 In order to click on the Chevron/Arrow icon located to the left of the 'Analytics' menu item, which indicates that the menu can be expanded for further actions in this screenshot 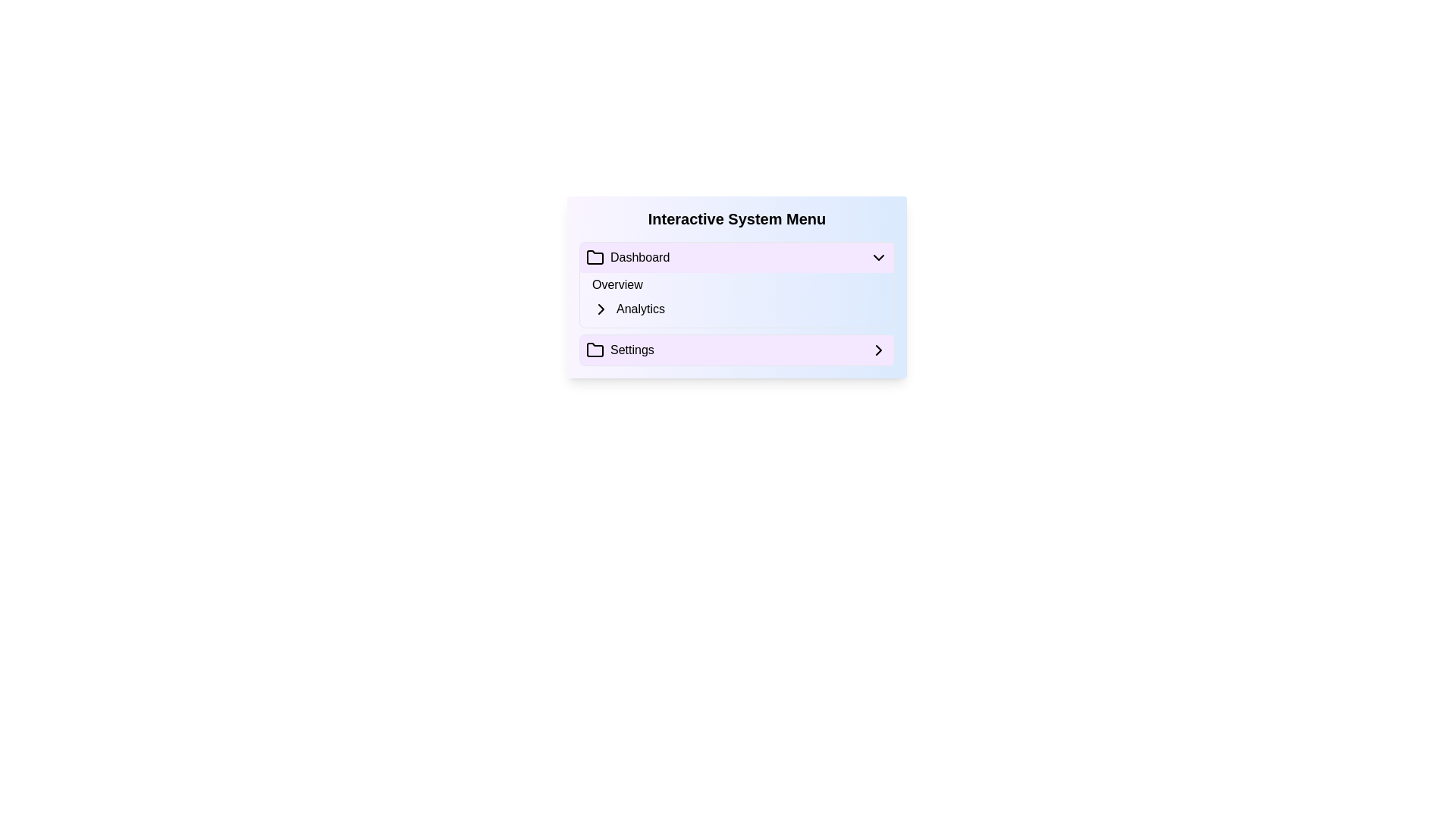, I will do `click(600, 309)`.